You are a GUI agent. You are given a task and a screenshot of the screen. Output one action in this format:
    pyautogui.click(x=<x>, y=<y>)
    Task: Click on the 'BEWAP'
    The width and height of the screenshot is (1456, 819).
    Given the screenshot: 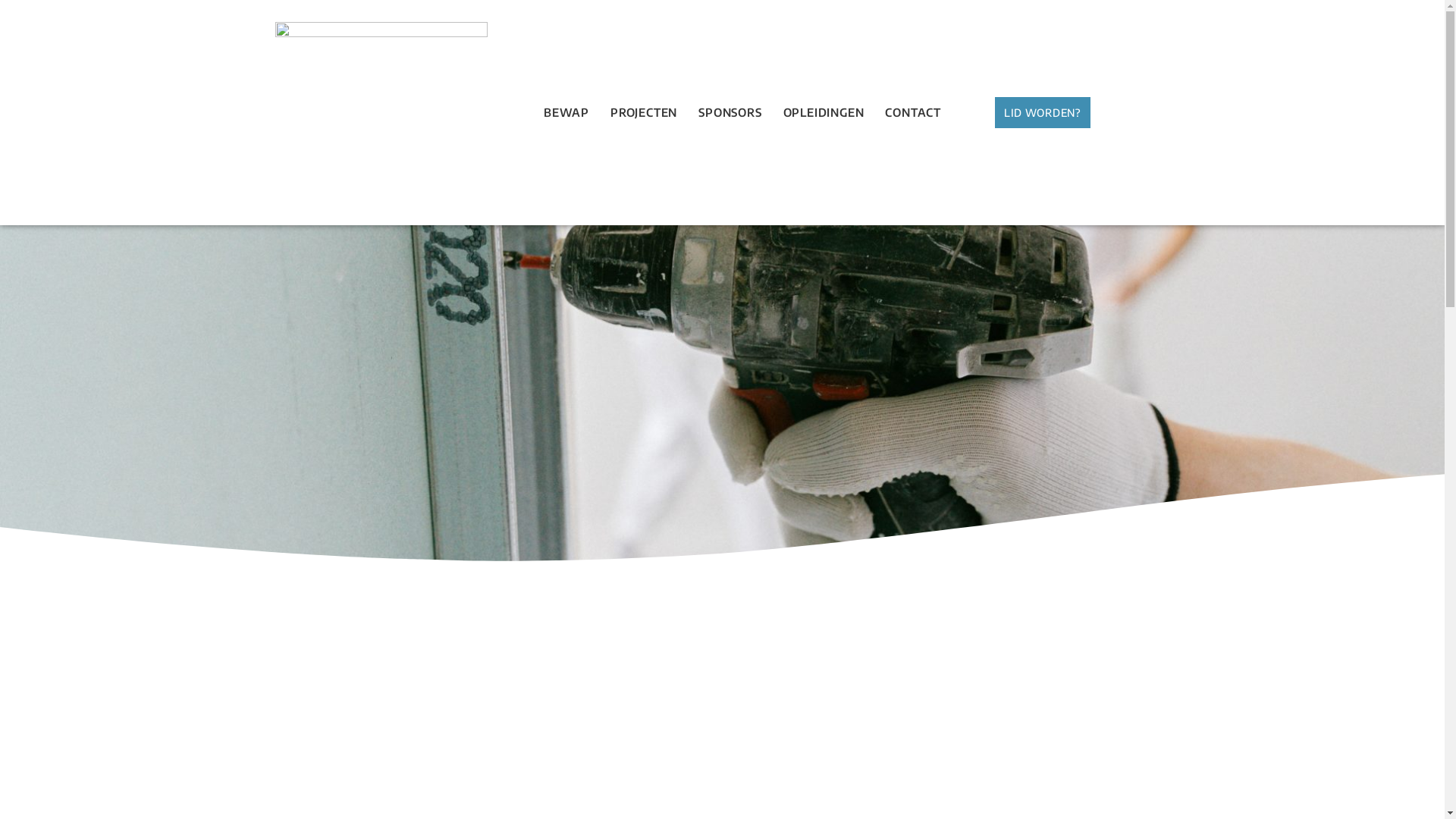 What is the action you would take?
    pyautogui.click(x=566, y=111)
    